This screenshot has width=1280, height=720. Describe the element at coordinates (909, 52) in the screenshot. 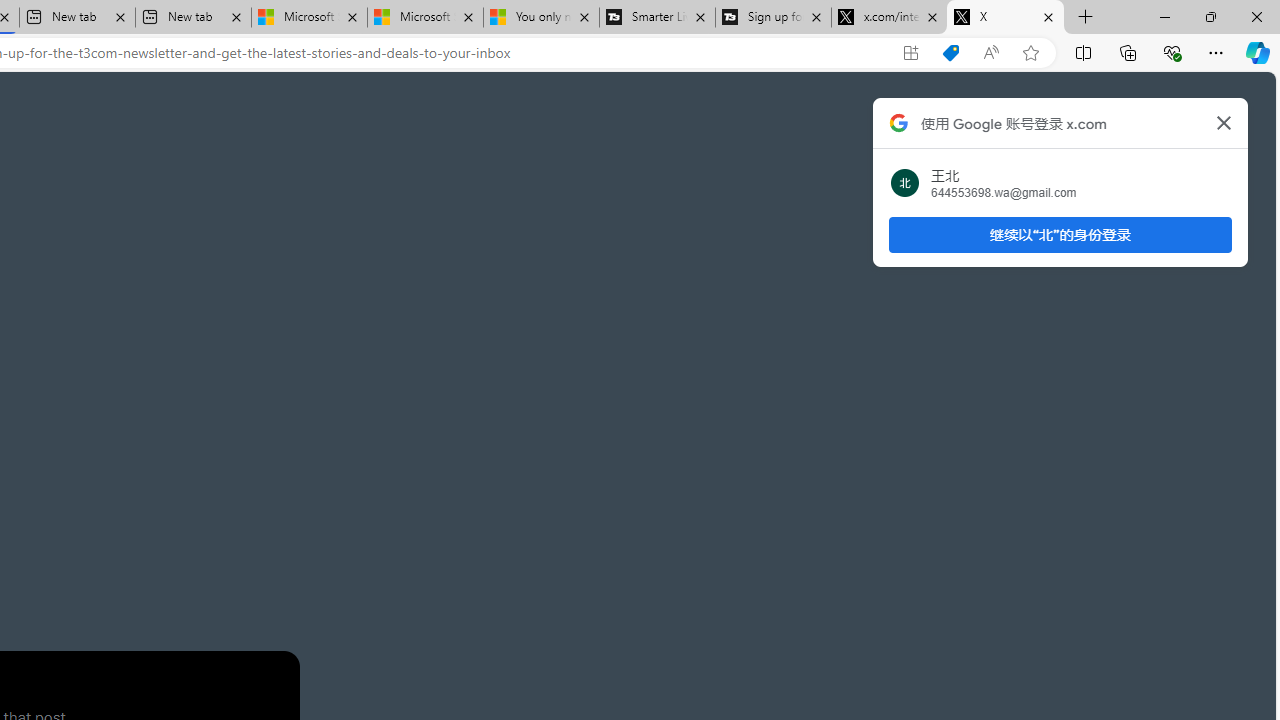

I see `'App available. Install X'` at that location.